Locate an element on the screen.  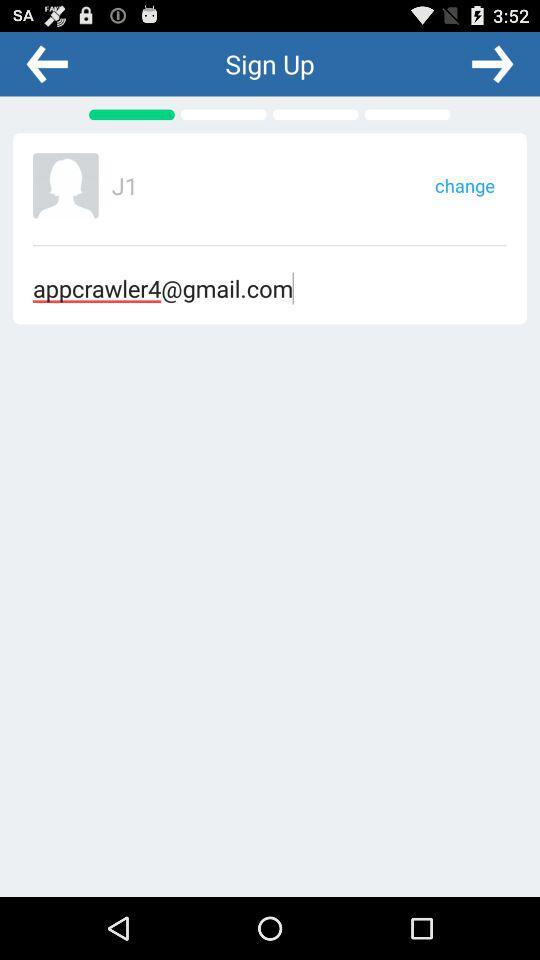
the arrow_forward icon is located at coordinates (491, 68).